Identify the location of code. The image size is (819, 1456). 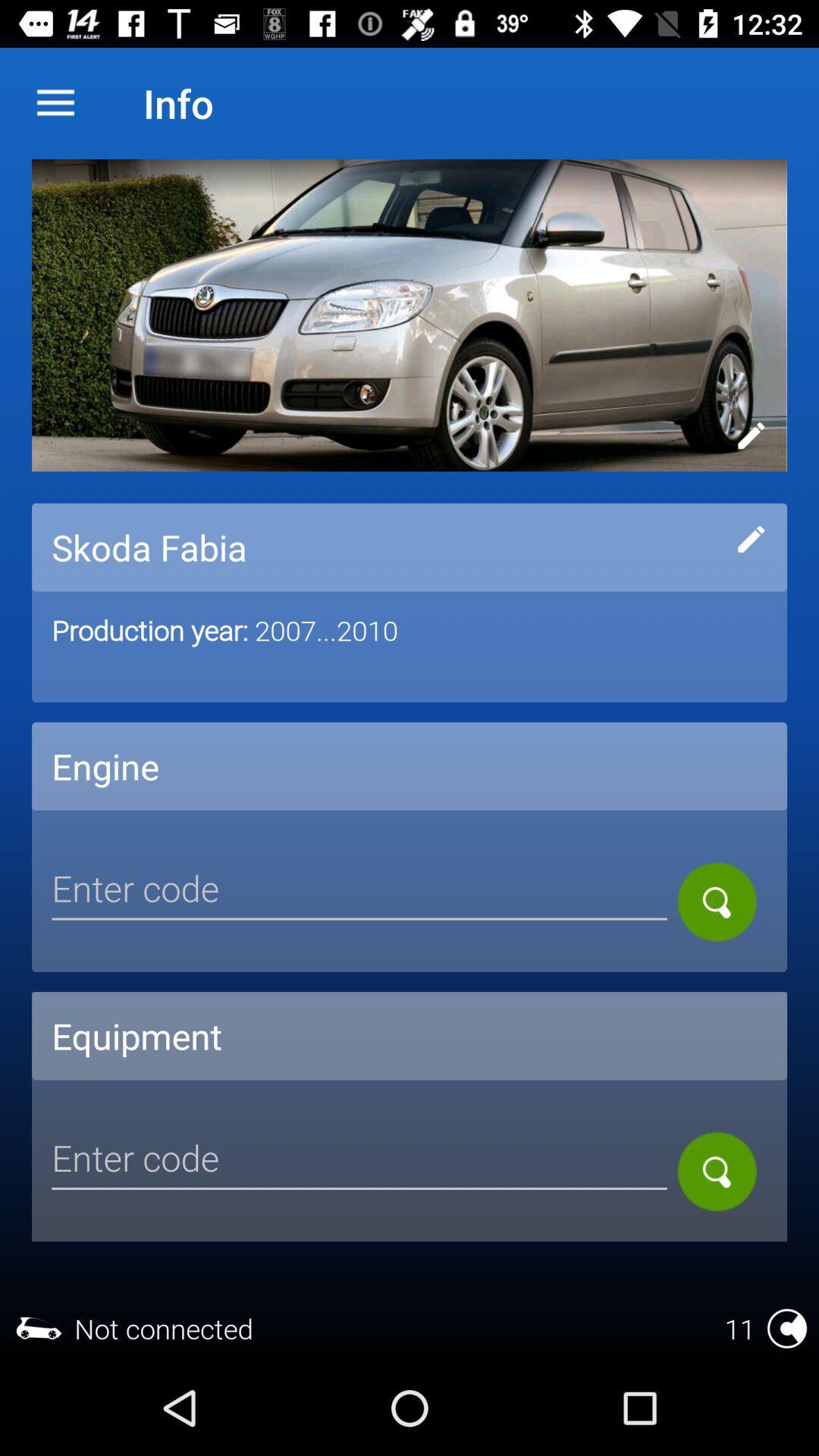
(359, 1159).